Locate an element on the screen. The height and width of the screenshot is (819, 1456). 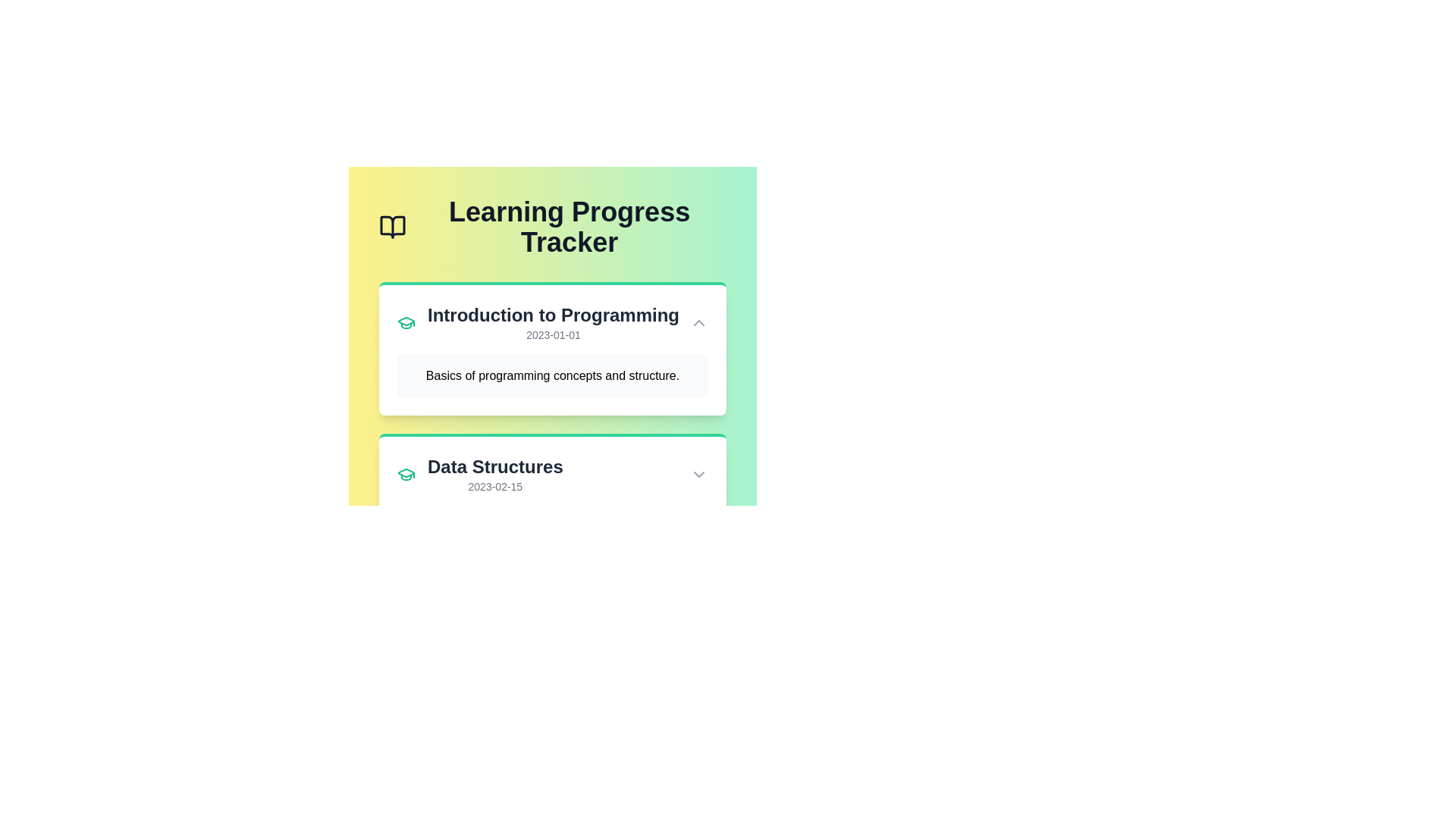
the static text block that provides introductory details for the 'Introduction to Programming' section, located below the title and date, and above the 'Data Structures' section is located at coordinates (552, 375).